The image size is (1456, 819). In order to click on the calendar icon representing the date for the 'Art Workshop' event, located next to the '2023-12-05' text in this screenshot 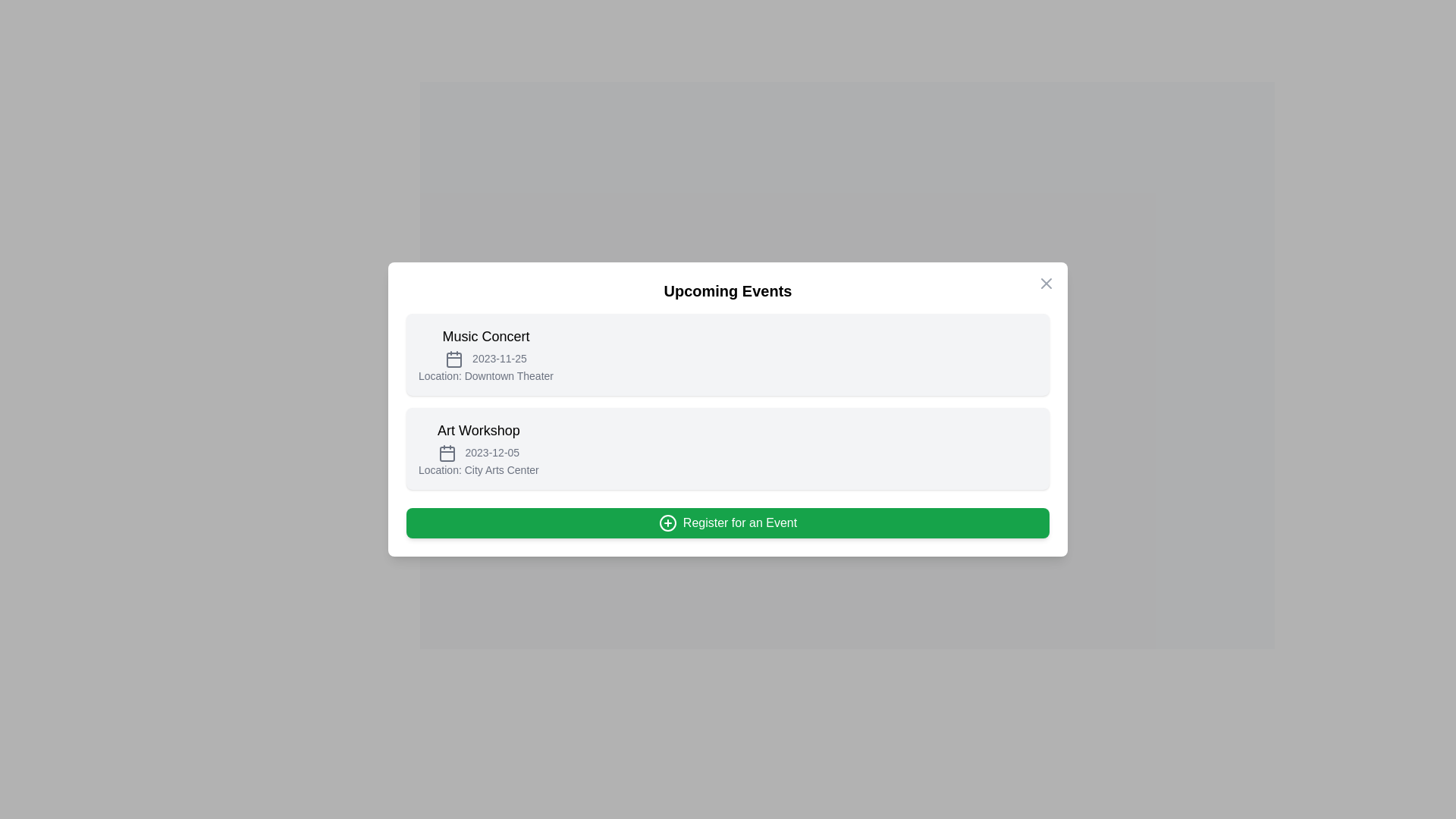, I will do `click(446, 453)`.